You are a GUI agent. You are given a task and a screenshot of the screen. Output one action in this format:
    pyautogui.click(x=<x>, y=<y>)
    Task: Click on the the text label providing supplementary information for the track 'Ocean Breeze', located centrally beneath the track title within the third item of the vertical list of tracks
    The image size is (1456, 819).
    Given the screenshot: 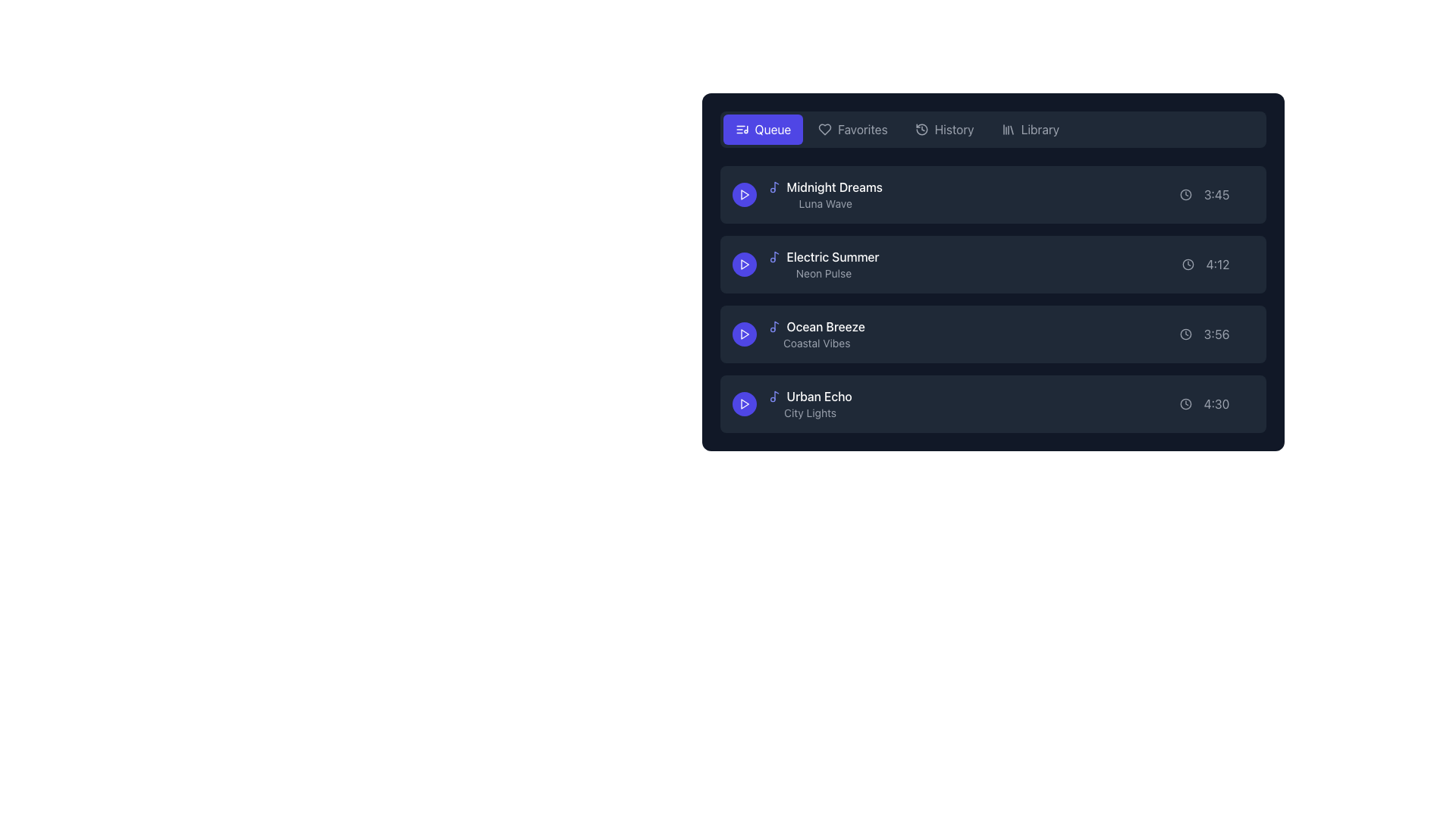 What is the action you would take?
    pyautogui.click(x=816, y=343)
    